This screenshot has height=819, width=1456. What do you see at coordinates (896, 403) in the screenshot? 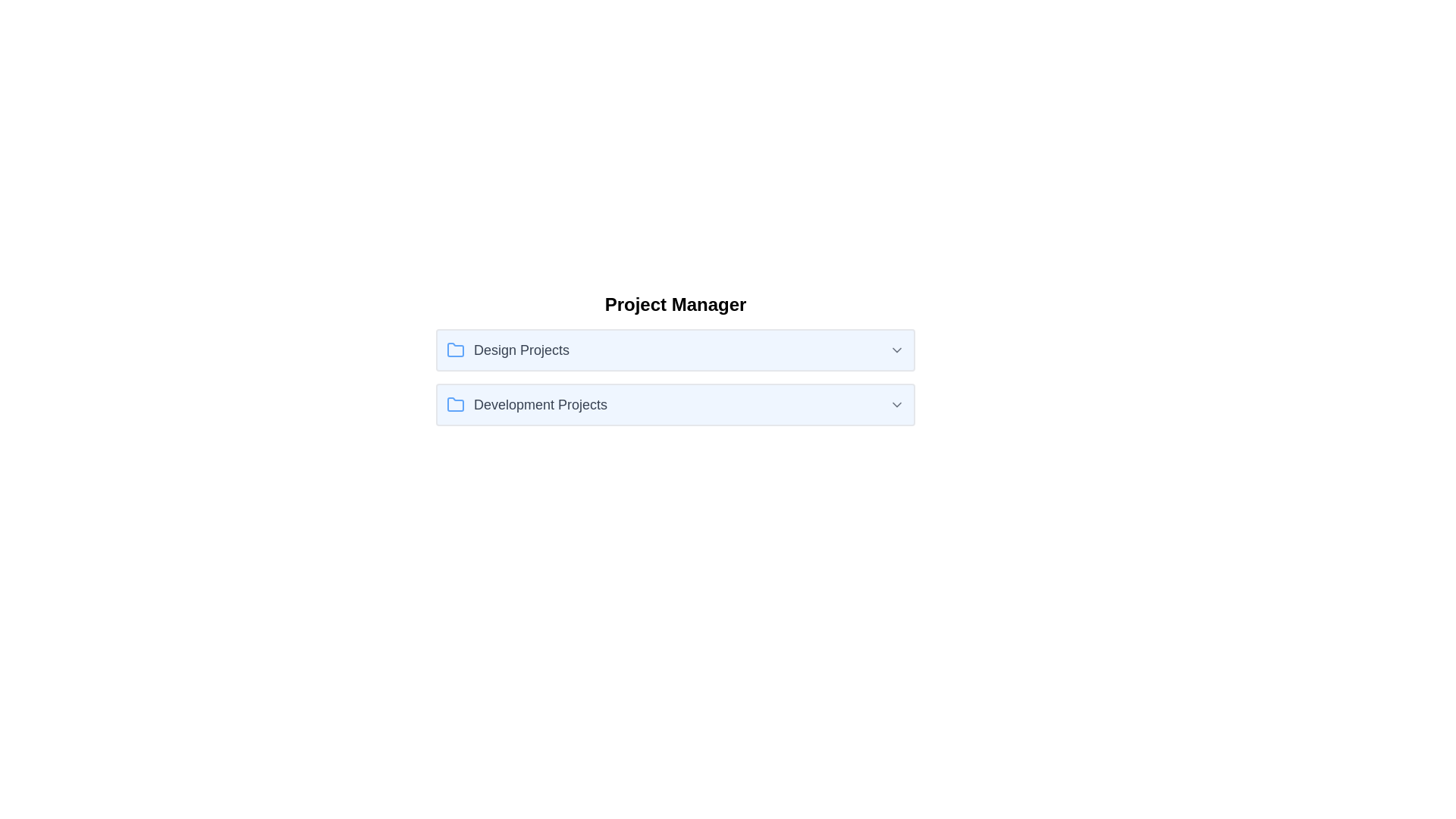
I see `the downward-facing chevron icon with a thin, rounded border stroke that is light gray, located on the far right of the 'Development Projects' row` at bounding box center [896, 403].